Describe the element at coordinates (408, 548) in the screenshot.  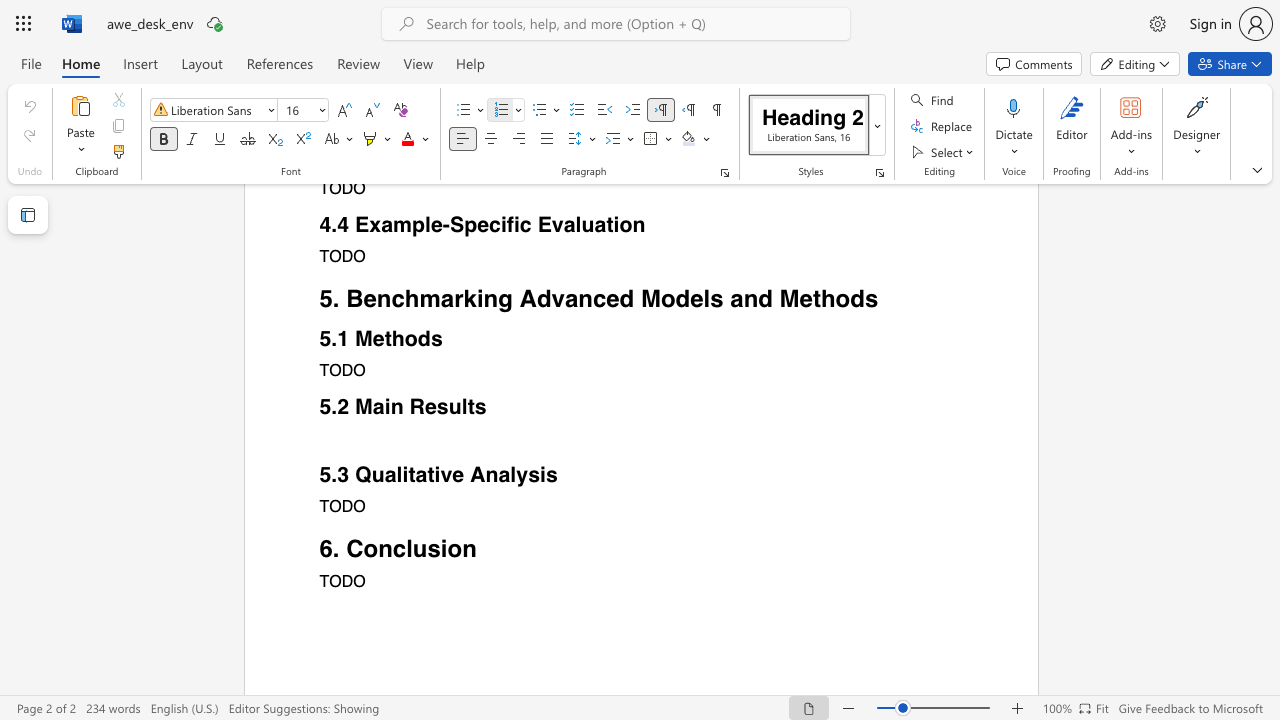
I see `the 1th character "l" in the text` at that location.